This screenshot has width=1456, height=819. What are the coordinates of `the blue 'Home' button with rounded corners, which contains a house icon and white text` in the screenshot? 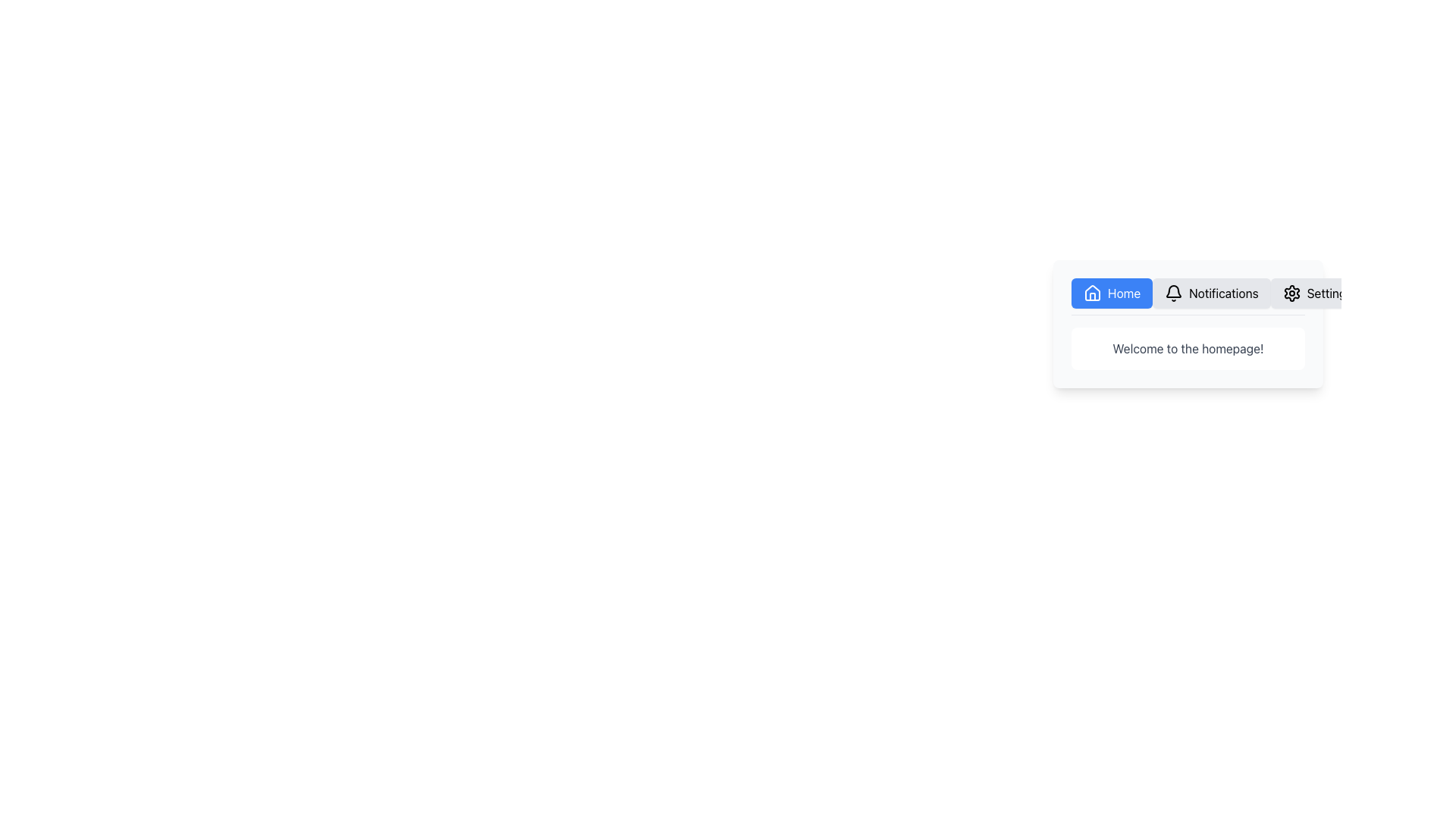 It's located at (1111, 293).